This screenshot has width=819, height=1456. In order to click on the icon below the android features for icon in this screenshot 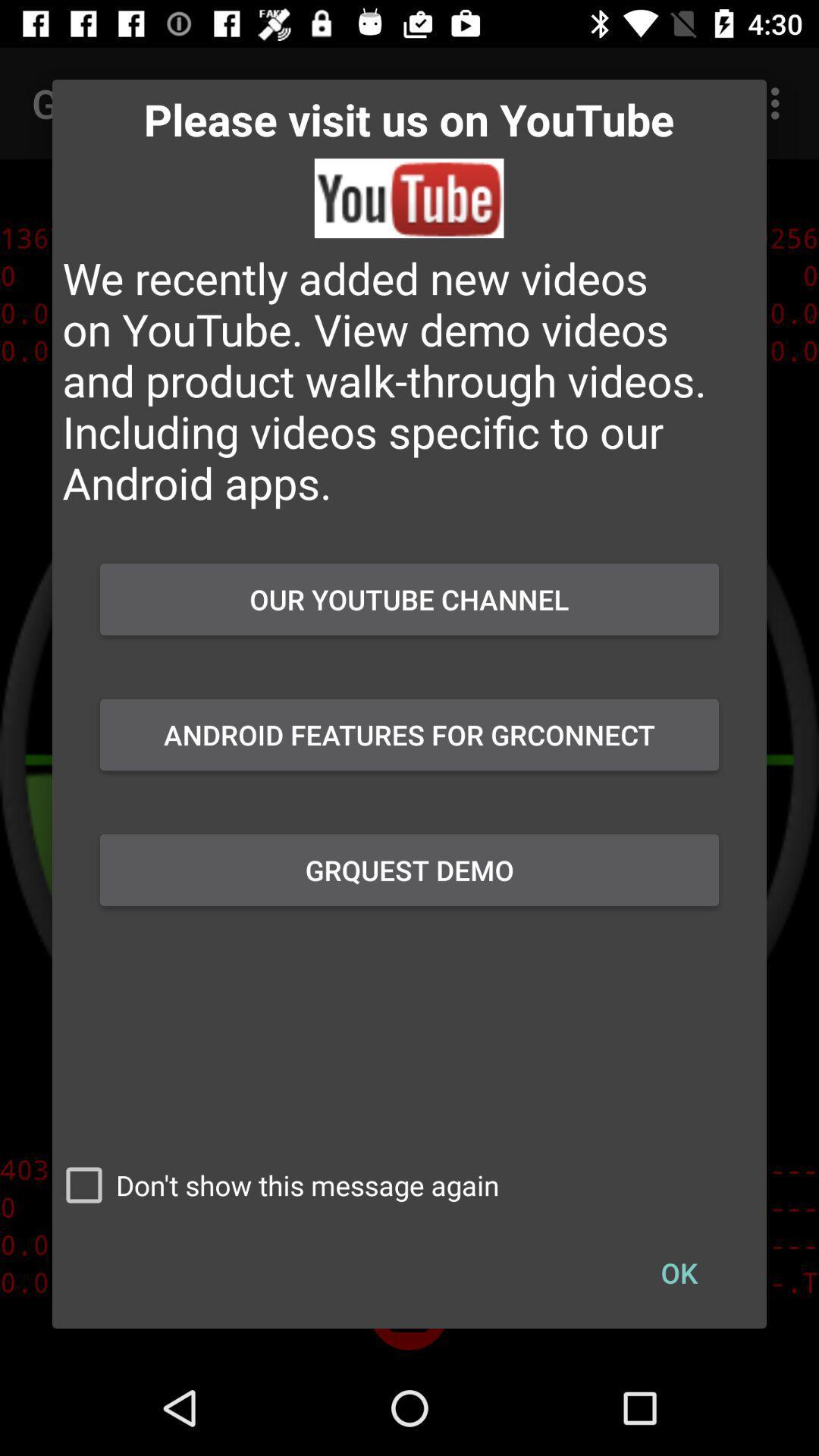, I will do `click(409, 870)`.